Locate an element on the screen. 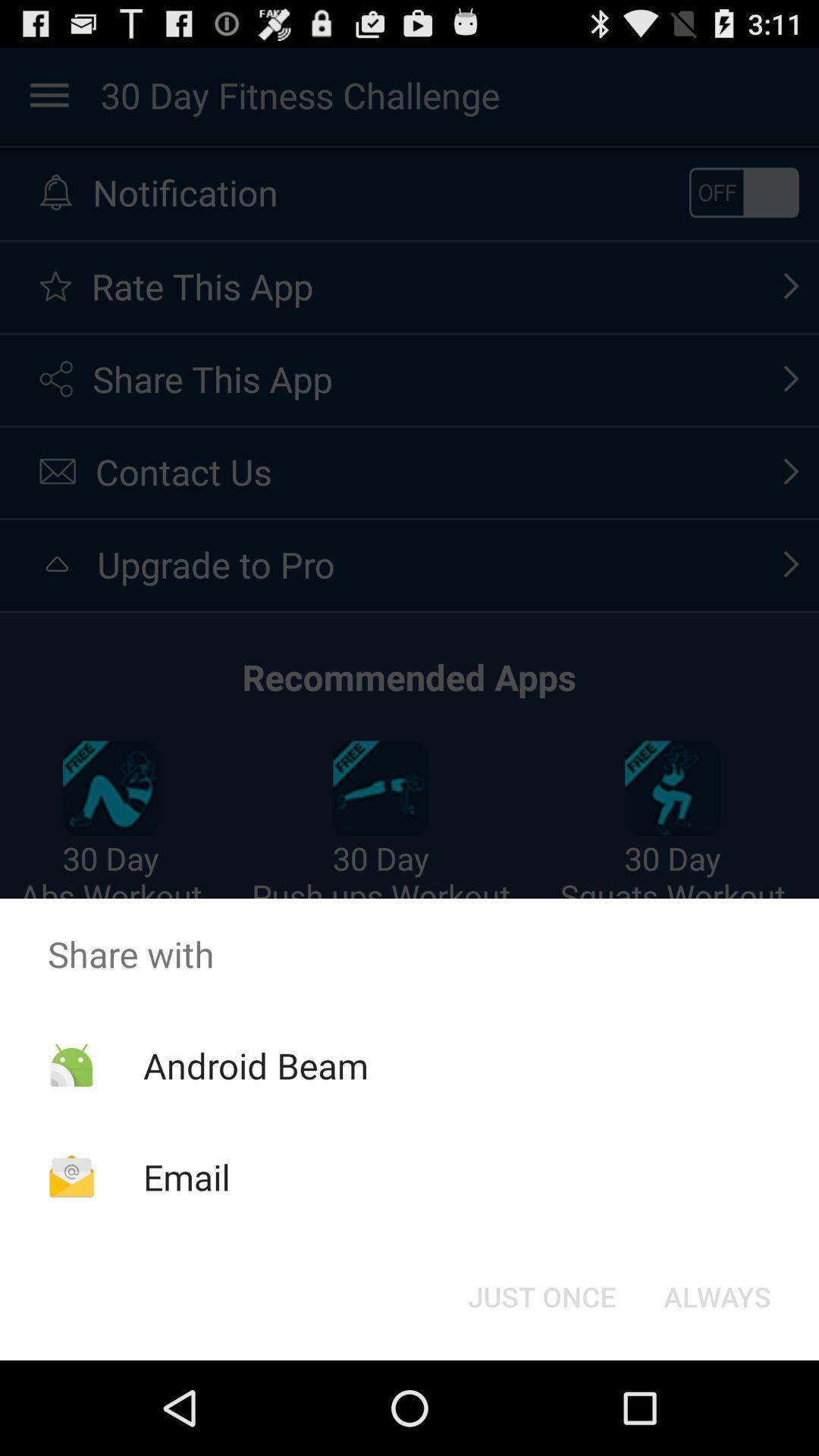 The image size is (819, 1456). email app is located at coordinates (186, 1176).